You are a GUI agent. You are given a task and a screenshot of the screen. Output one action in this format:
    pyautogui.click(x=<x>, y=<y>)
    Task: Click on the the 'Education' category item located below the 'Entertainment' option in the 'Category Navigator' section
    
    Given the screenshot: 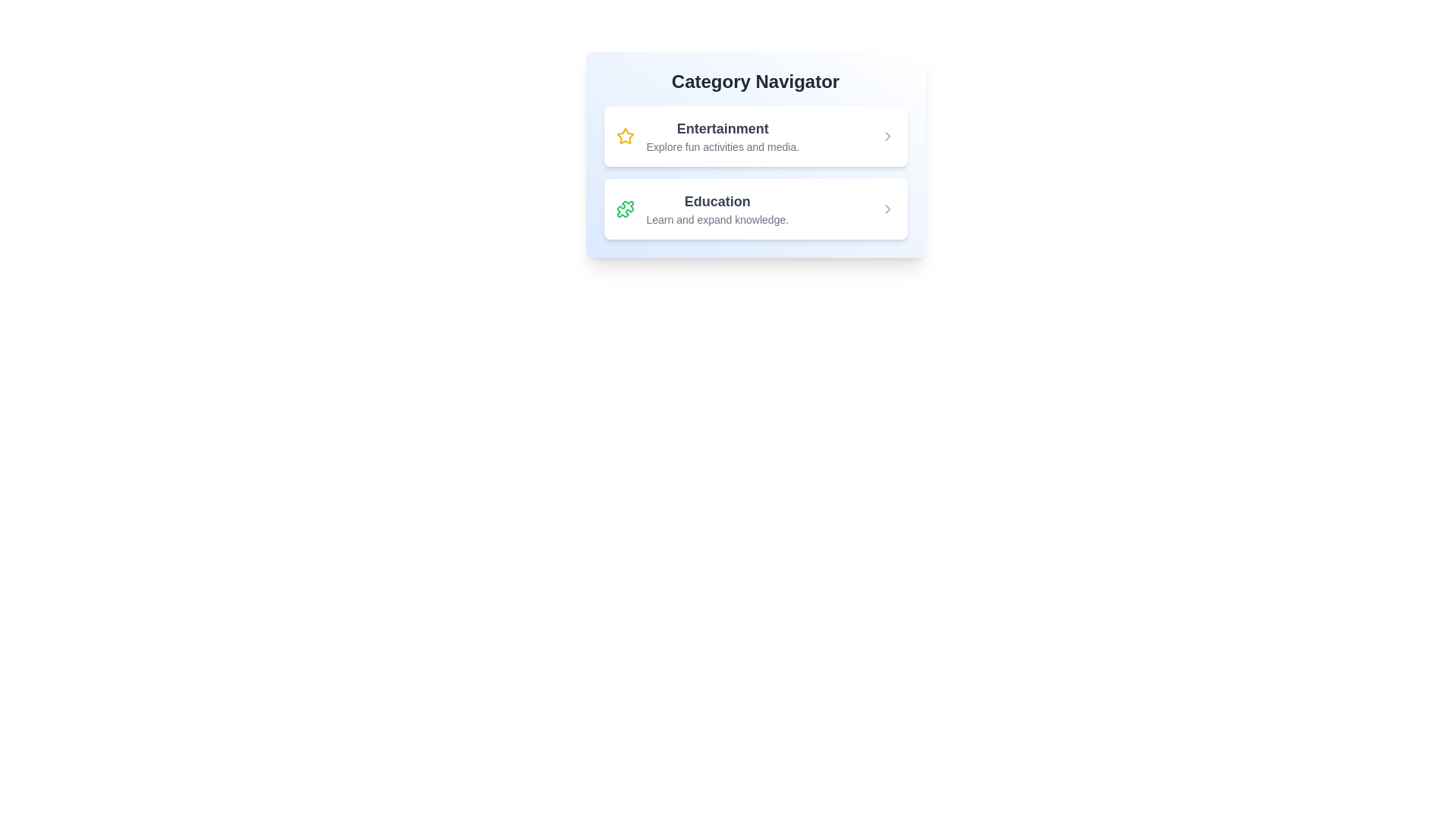 What is the action you would take?
    pyautogui.click(x=717, y=209)
    